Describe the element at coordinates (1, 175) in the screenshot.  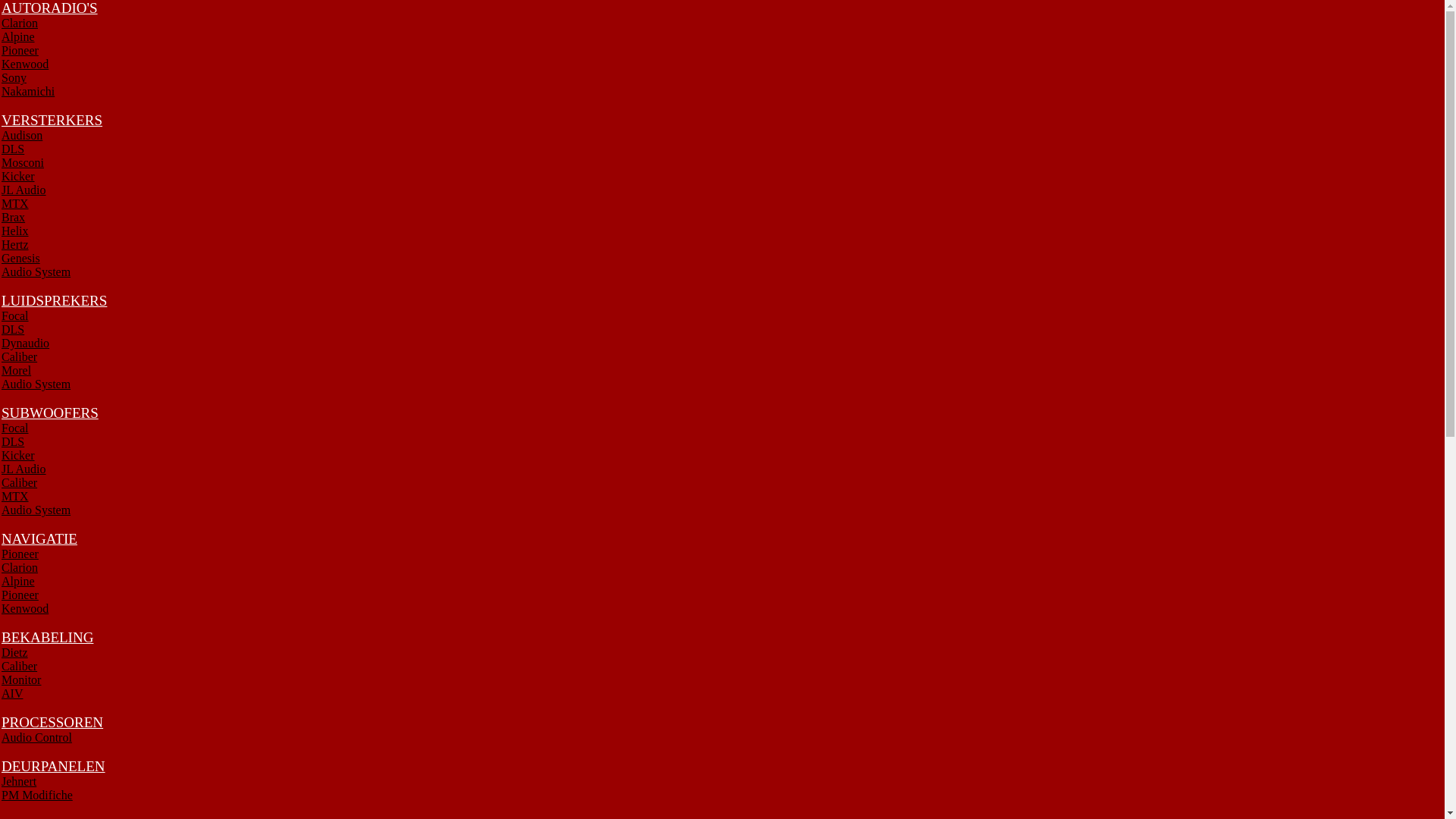
I see `'Kicker'` at that location.